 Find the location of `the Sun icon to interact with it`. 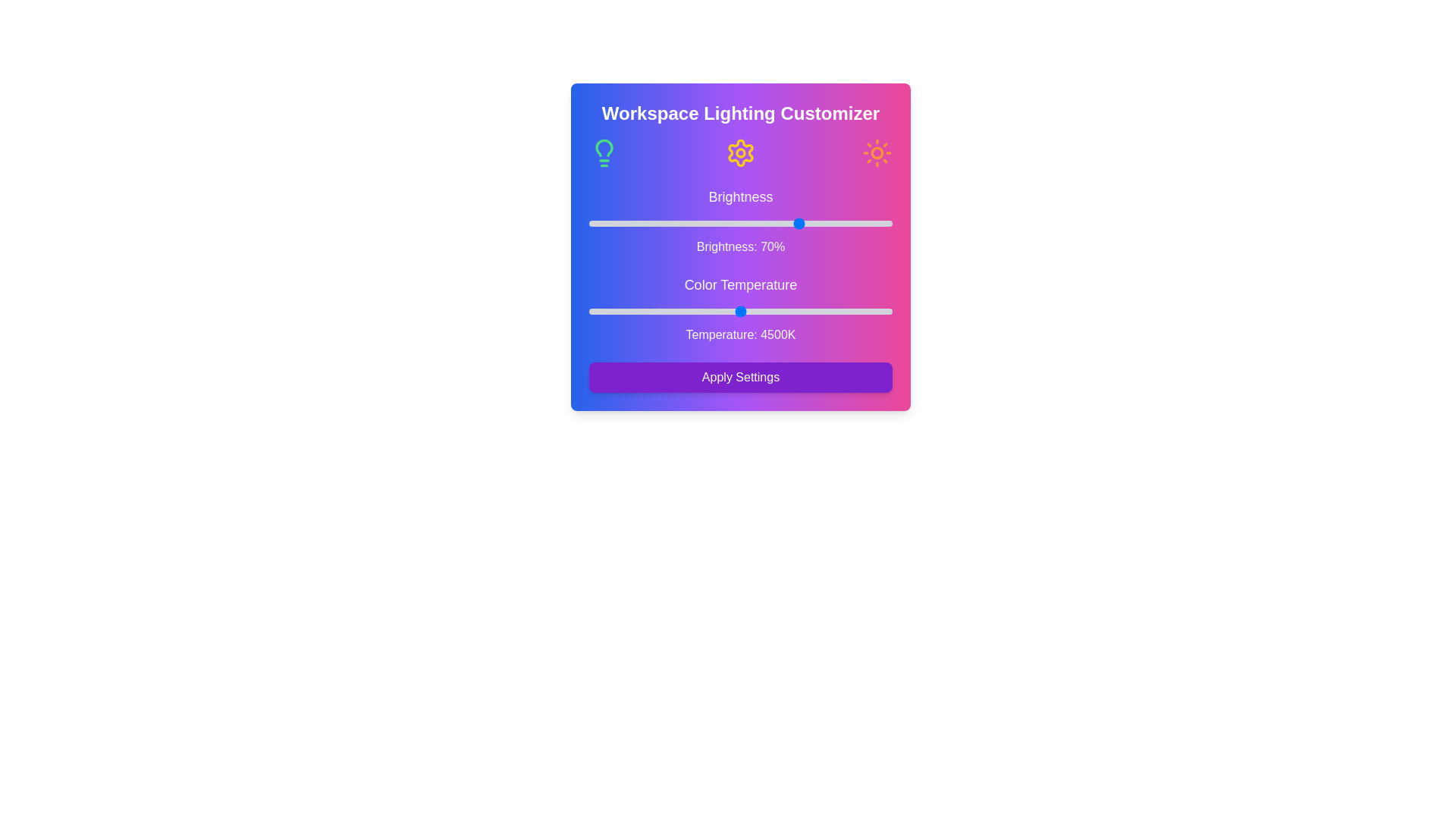

the Sun icon to interact with it is located at coordinates (877, 152).